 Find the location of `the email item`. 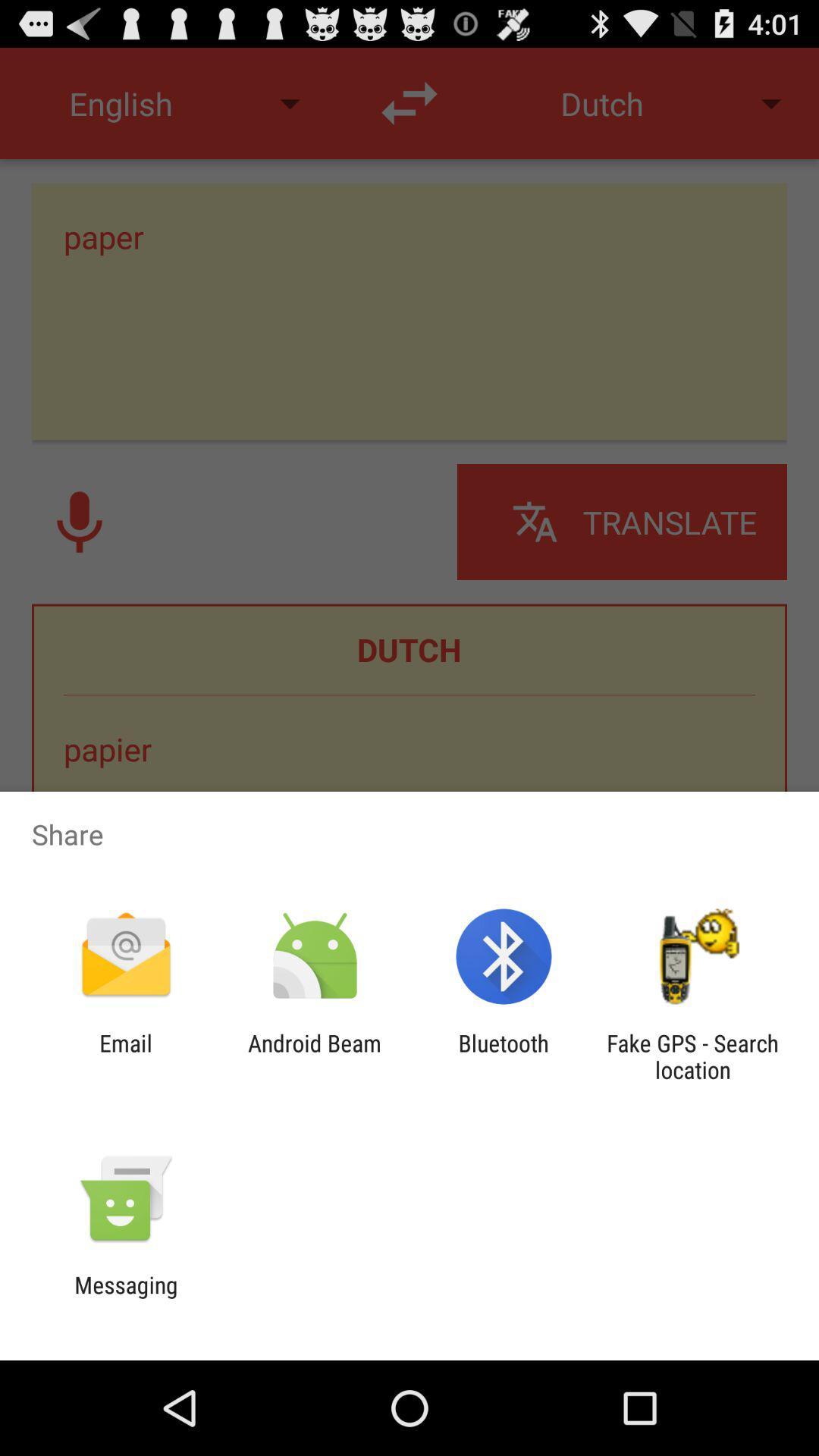

the email item is located at coordinates (125, 1056).